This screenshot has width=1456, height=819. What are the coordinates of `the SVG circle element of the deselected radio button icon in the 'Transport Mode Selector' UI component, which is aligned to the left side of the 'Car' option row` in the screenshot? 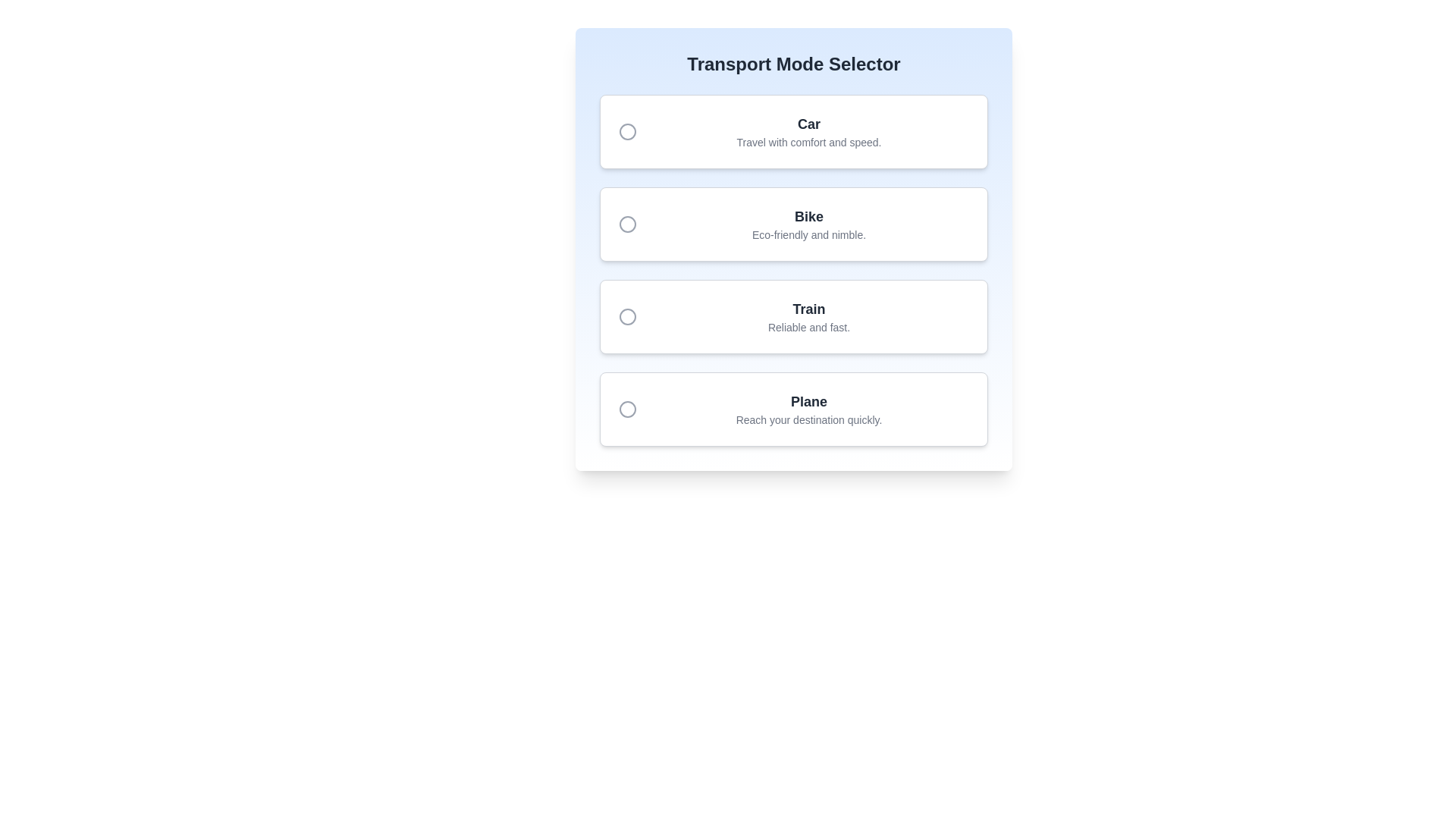 It's located at (628, 130).